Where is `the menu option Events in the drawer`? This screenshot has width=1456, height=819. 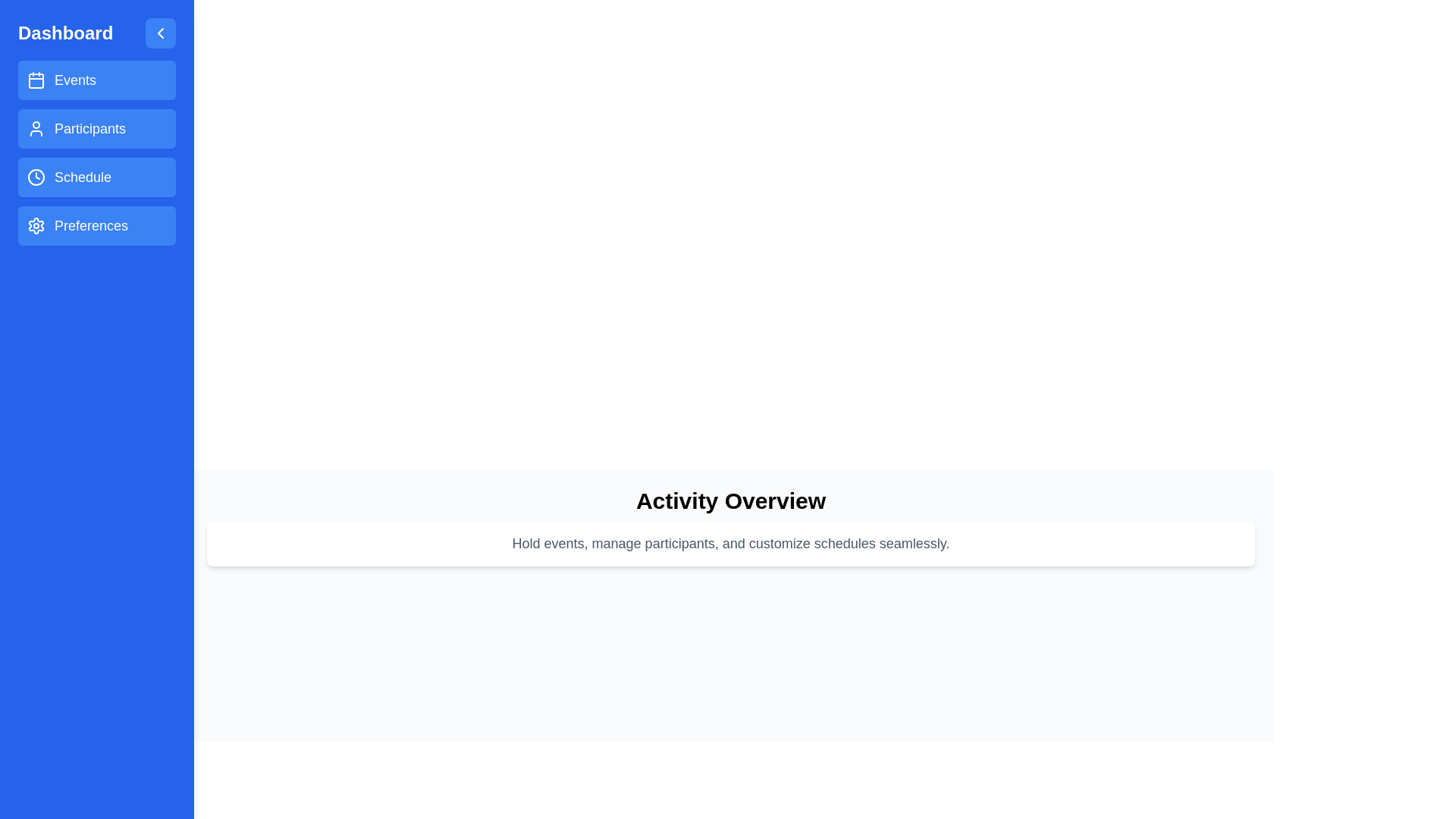 the menu option Events in the drawer is located at coordinates (96, 80).